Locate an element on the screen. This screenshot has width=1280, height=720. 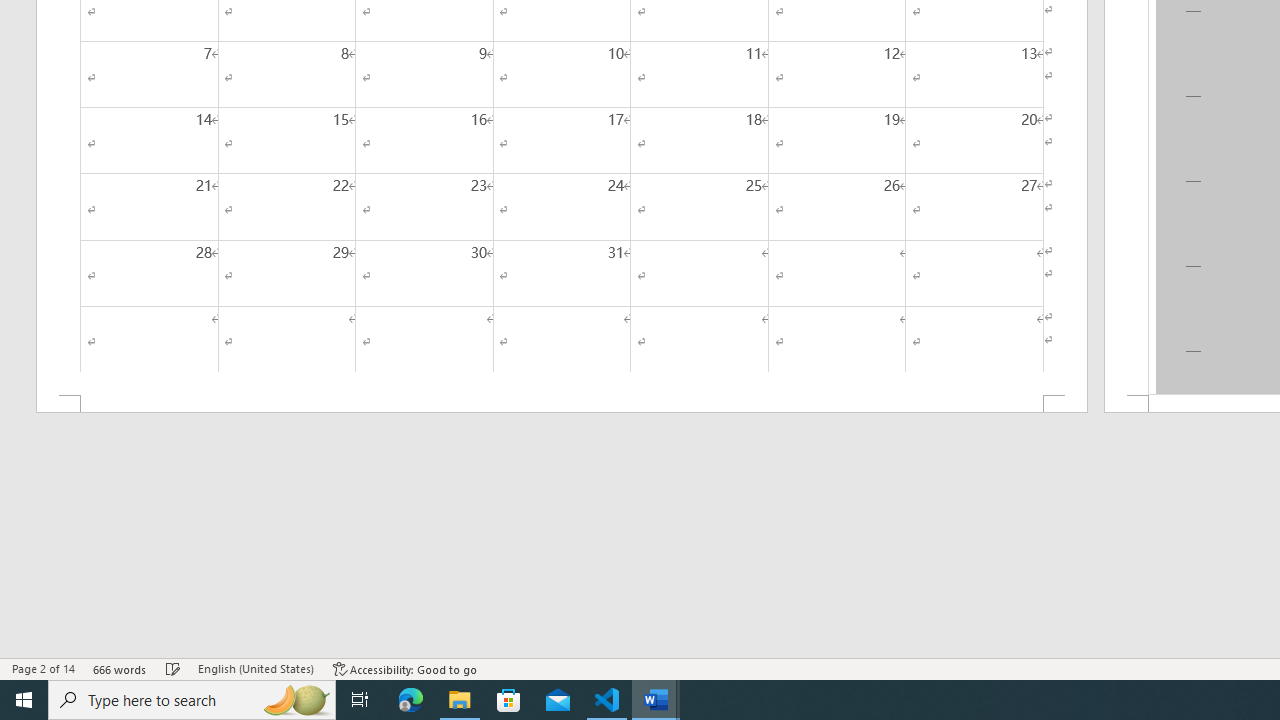
'Page Number Page 2 of 14' is located at coordinates (43, 669).